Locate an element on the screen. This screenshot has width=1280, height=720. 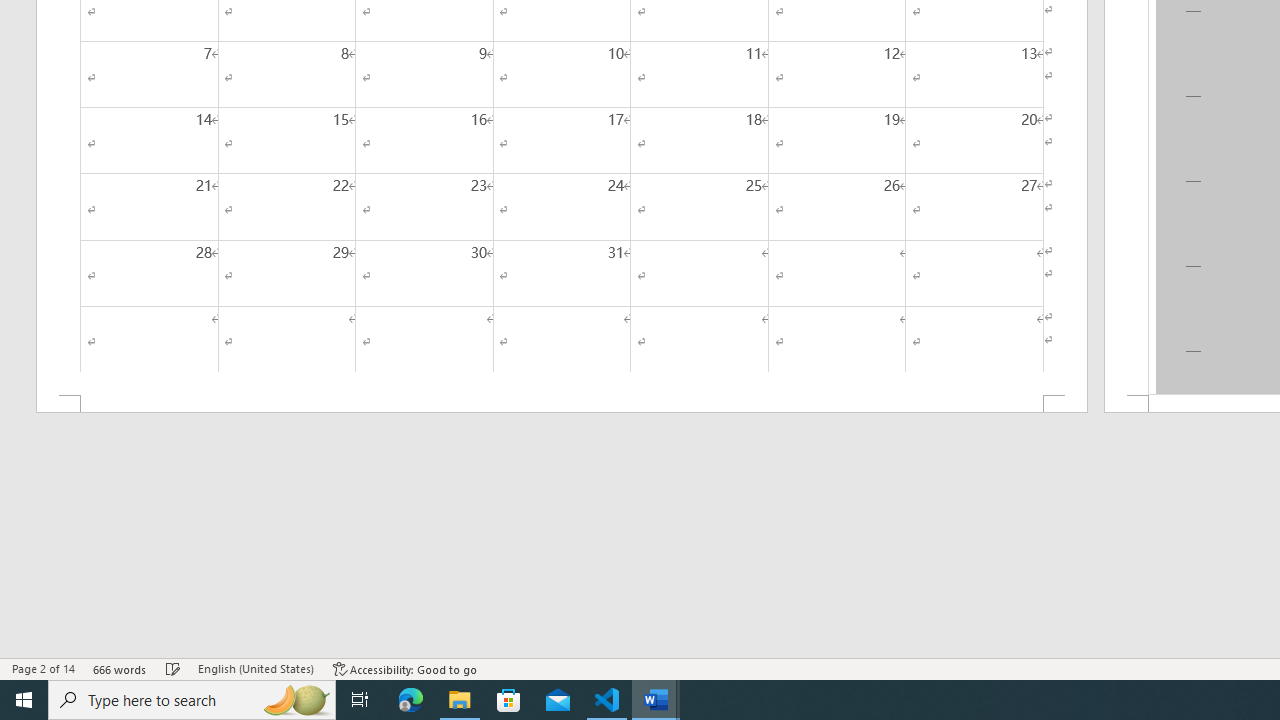
'Page Number Page 2 of 14' is located at coordinates (43, 669).